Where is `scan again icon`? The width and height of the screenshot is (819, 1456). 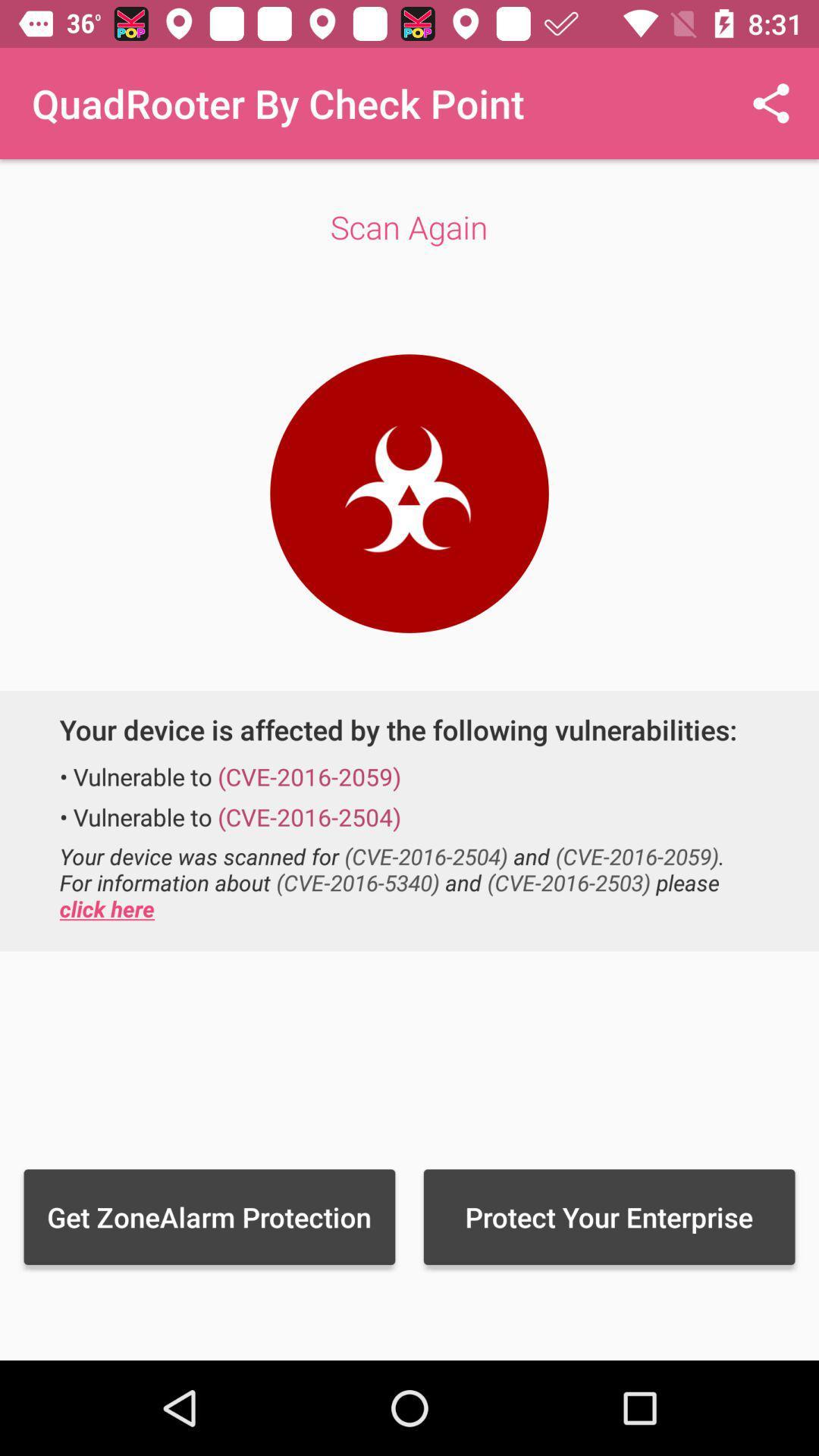 scan again icon is located at coordinates (408, 226).